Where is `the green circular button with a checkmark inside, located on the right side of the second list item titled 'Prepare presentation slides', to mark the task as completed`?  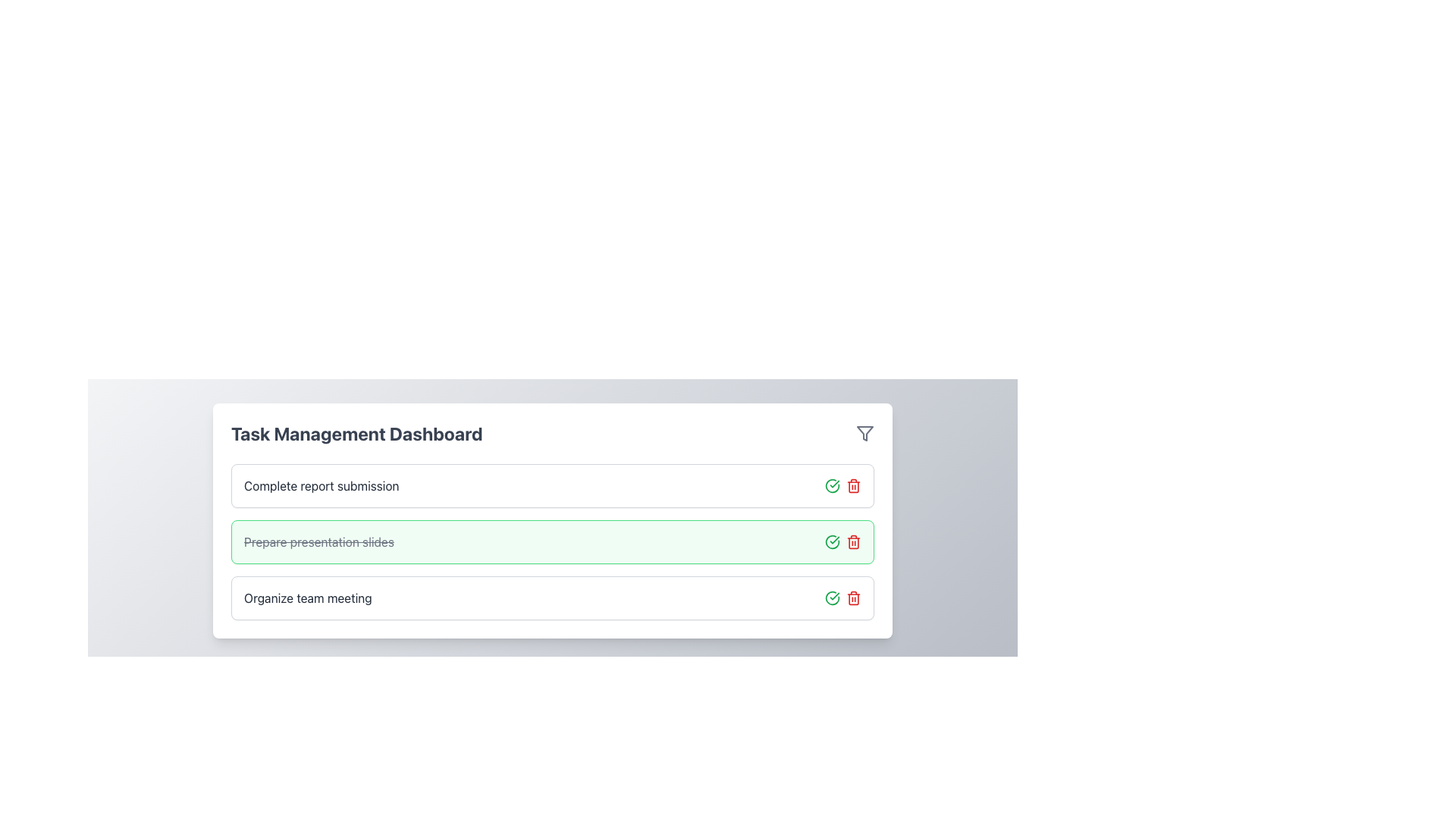 the green circular button with a checkmark inside, located on the right side of the second list item titled 'Prepare presentation slides', to mark the task as completed is located at coordinates (832, 485).